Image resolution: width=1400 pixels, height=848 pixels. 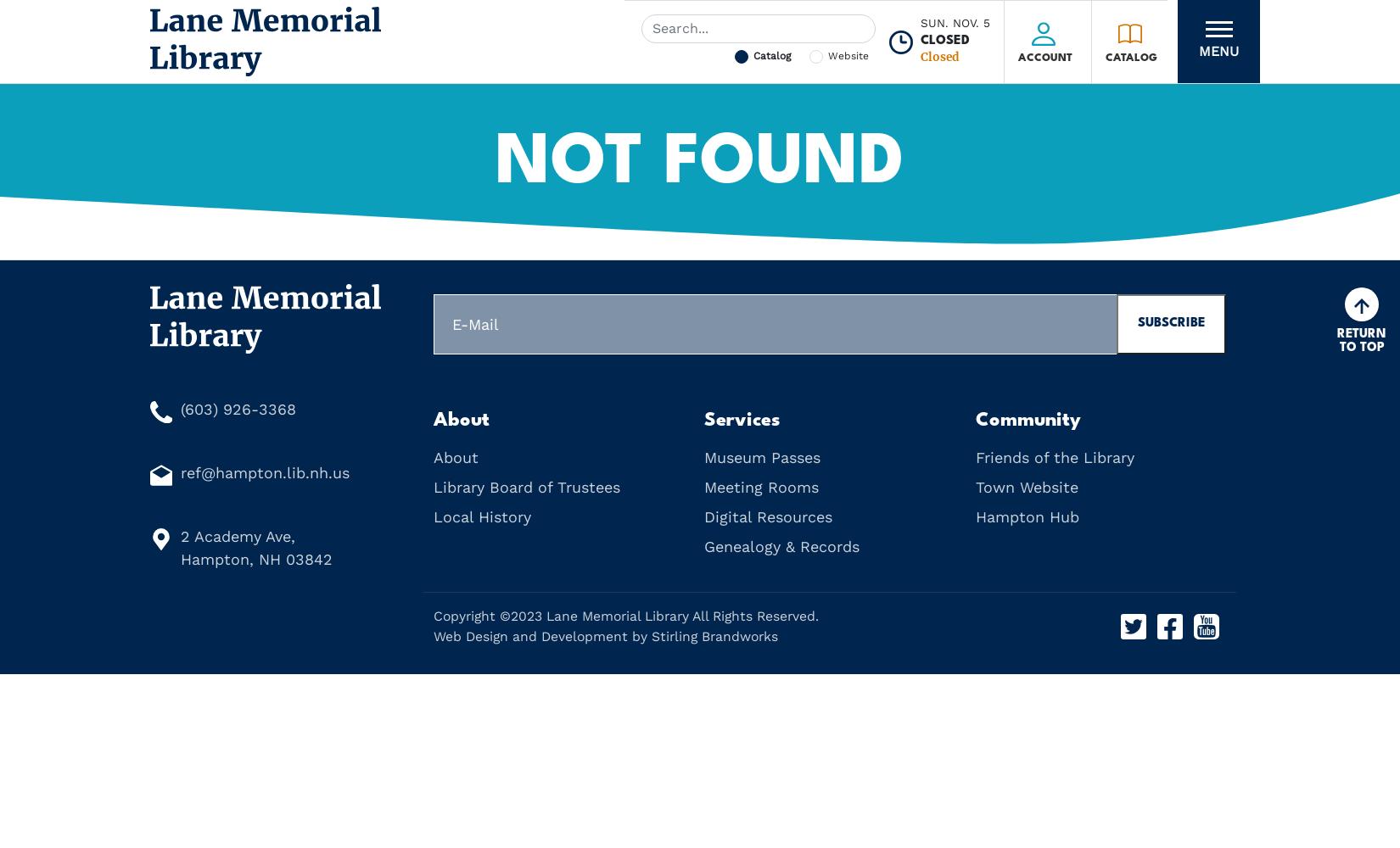 What do you see at coordinates (616, 615) in the screenshot?
I see `'Lane Memorial Library'` at bounding box center [616, 615].